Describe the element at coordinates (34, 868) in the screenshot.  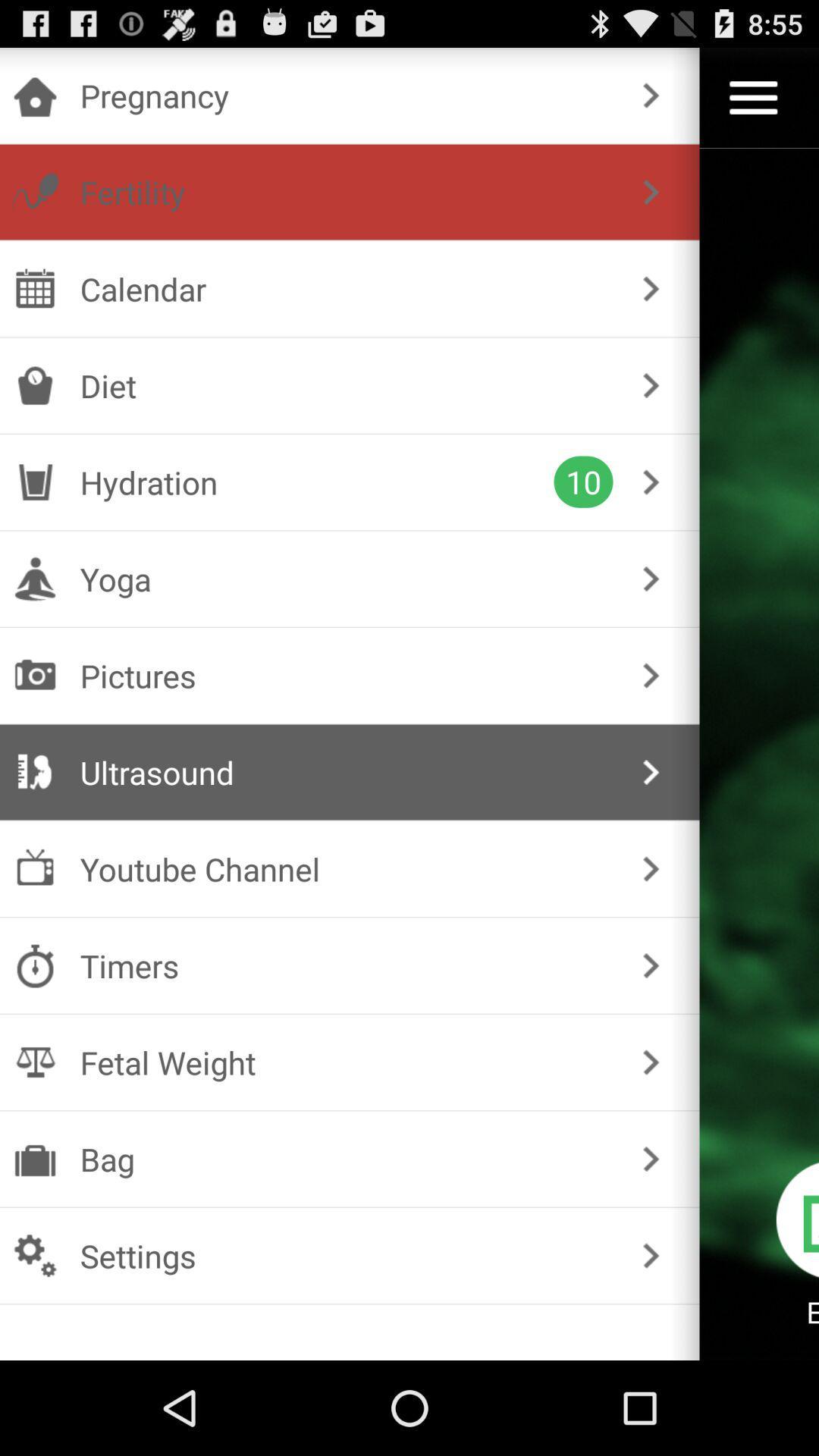
I see `the tv image icon to the left of the text youtube channel` at that location.